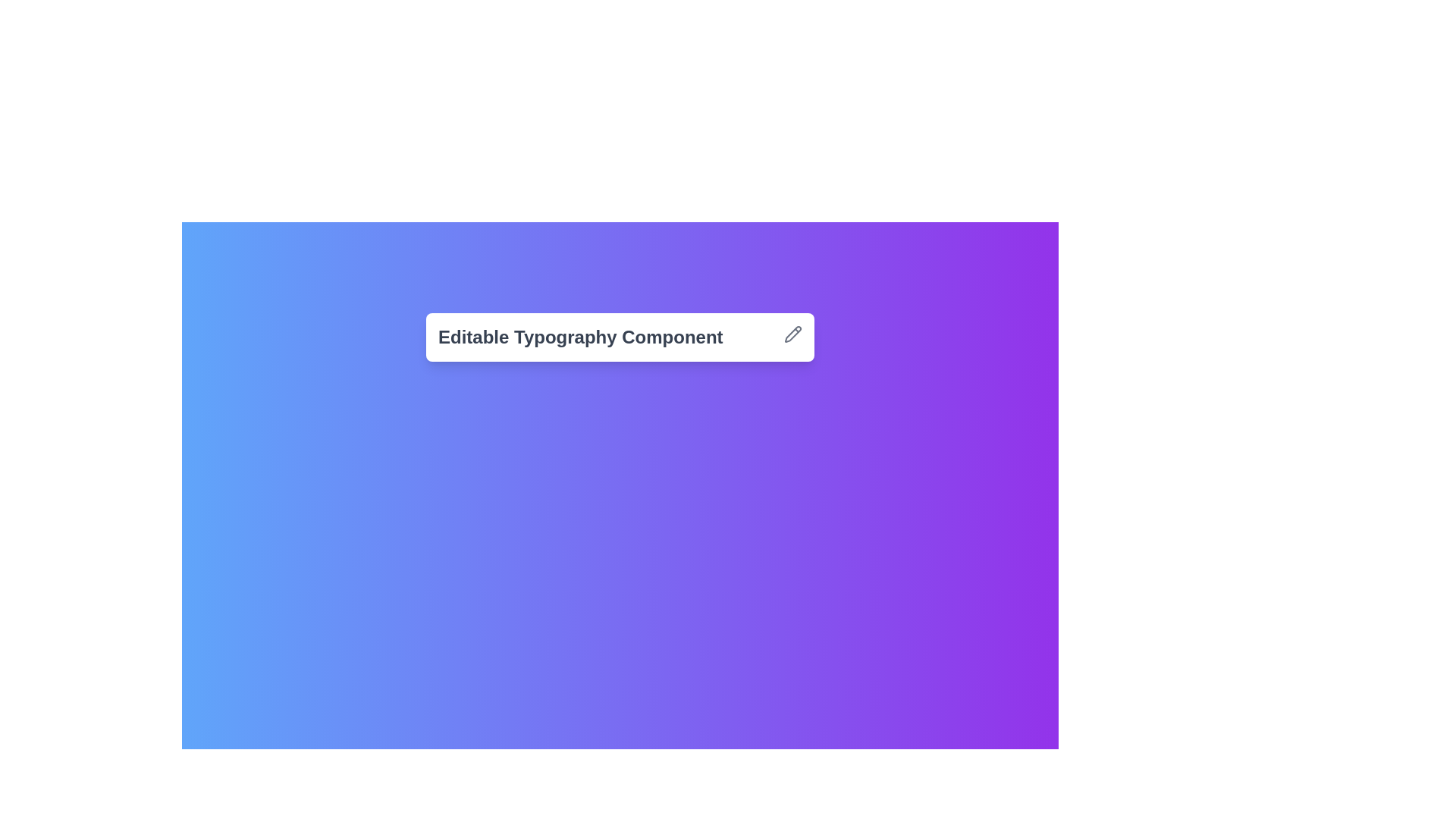 Image resolution: width=1456 pixels, height=819 pixels. What do you see at coordinates (792, 332) in the screenshot?
I see `the pencil icon button located to the right of the 'Editable Typography Component' label to initiate editing` at bounding box center [792, 332].